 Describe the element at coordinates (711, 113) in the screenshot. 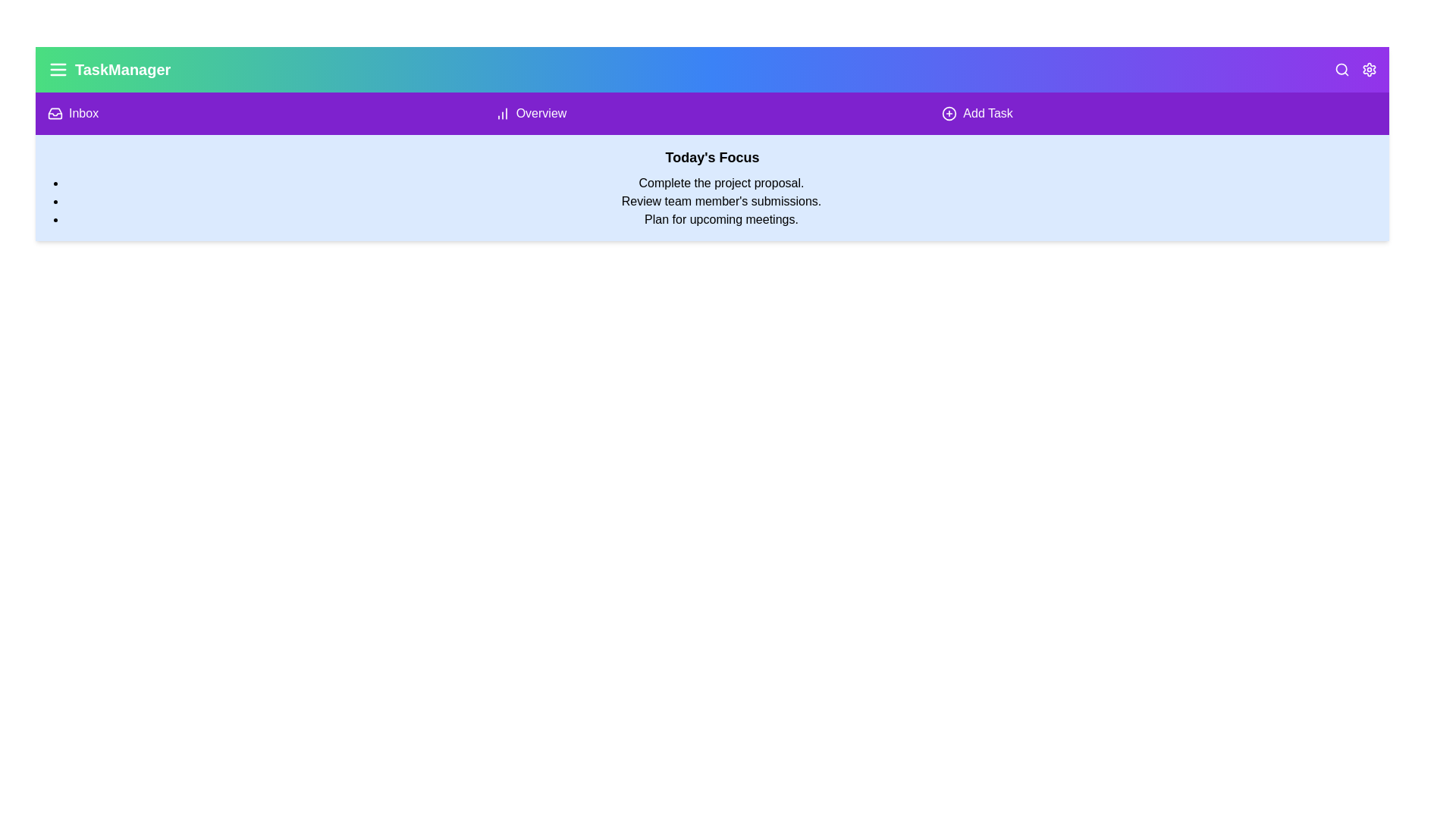

I see `the 'Overview' button to navigate to the 'Overview' section` at that location.